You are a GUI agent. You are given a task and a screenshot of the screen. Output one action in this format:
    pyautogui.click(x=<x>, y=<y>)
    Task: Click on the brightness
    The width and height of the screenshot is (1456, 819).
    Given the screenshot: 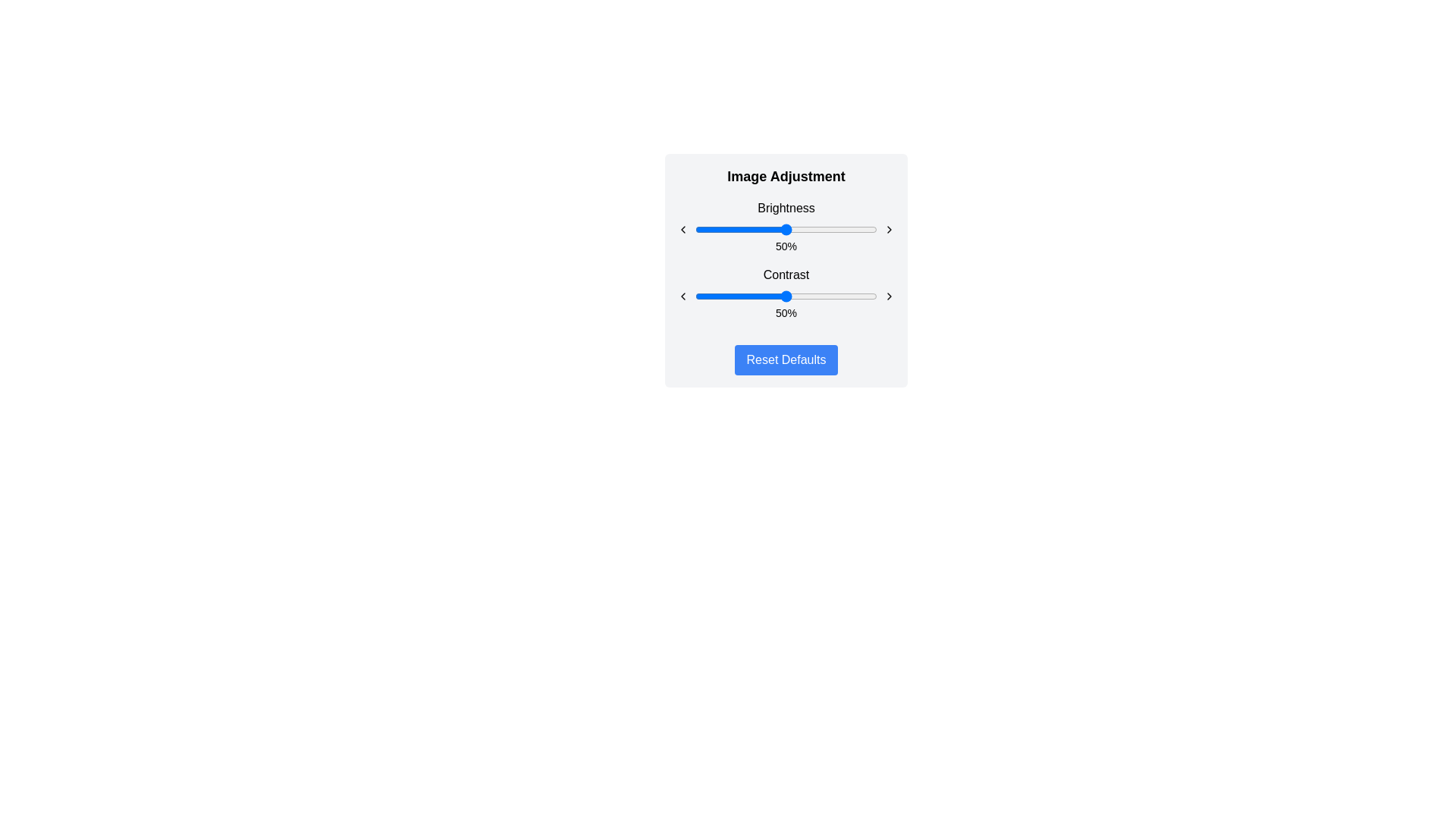 What is the action you would take?
    pyautogui.click(x=735, y=230)
    